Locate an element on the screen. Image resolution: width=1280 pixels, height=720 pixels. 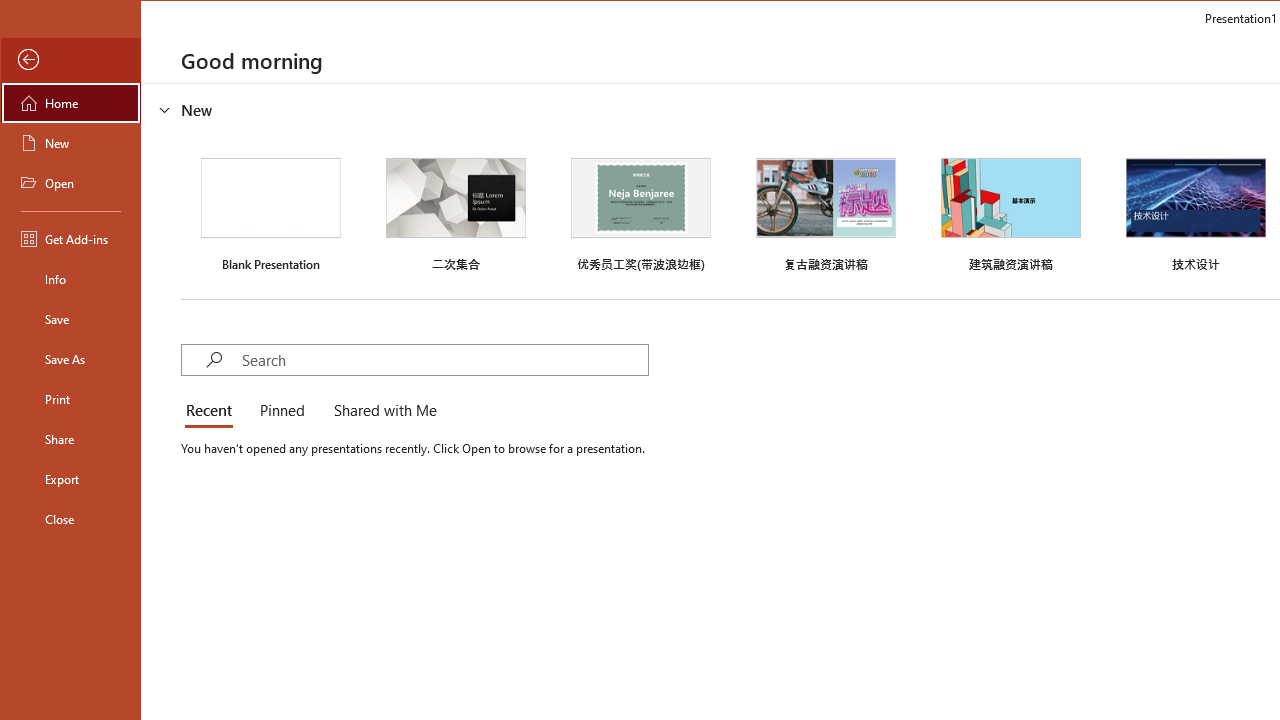
'Back' is located at coordinates (71, 59).